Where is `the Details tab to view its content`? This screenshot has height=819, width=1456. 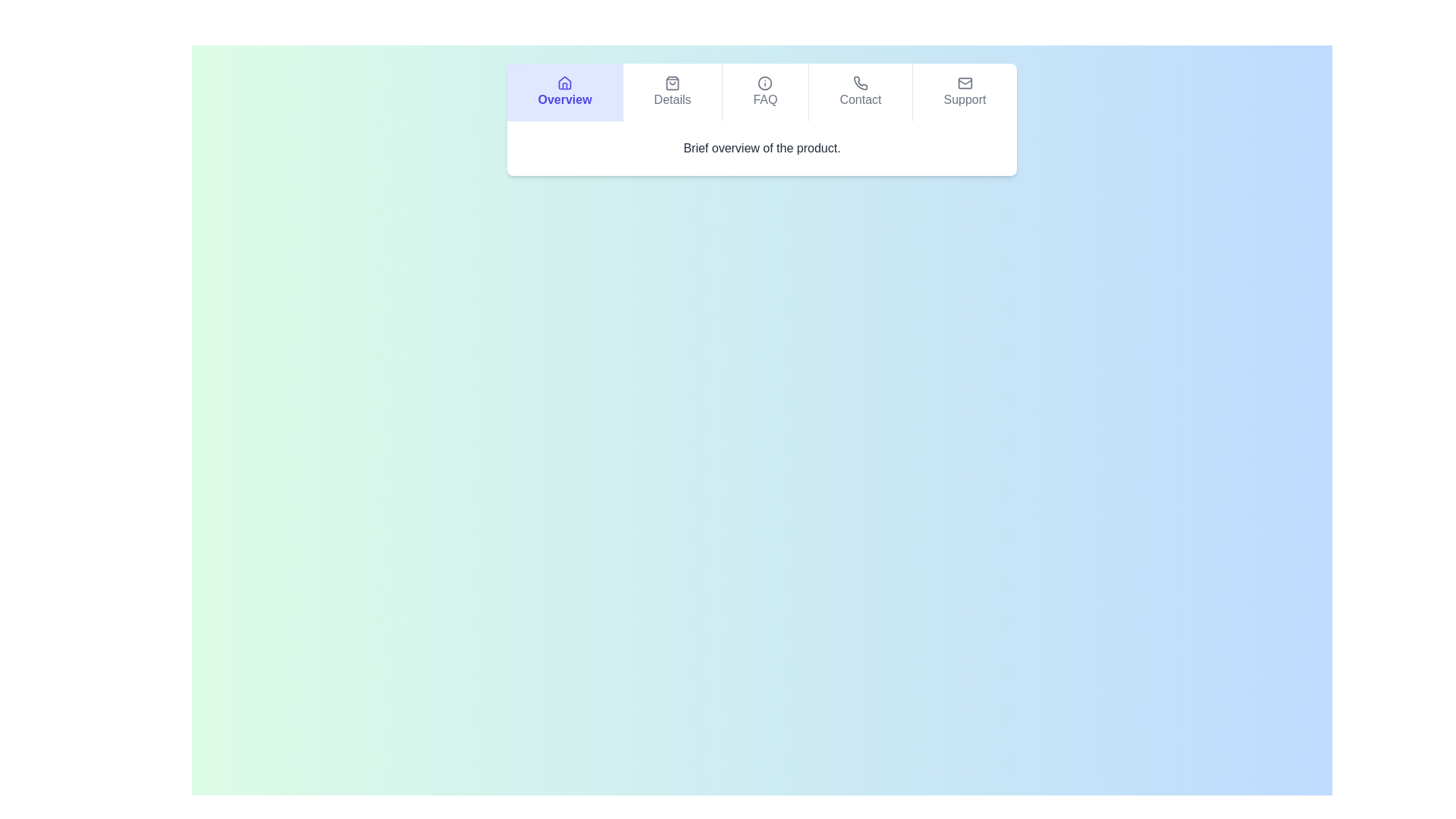
the Details tab to view its content is located at coordinates (671, 93).